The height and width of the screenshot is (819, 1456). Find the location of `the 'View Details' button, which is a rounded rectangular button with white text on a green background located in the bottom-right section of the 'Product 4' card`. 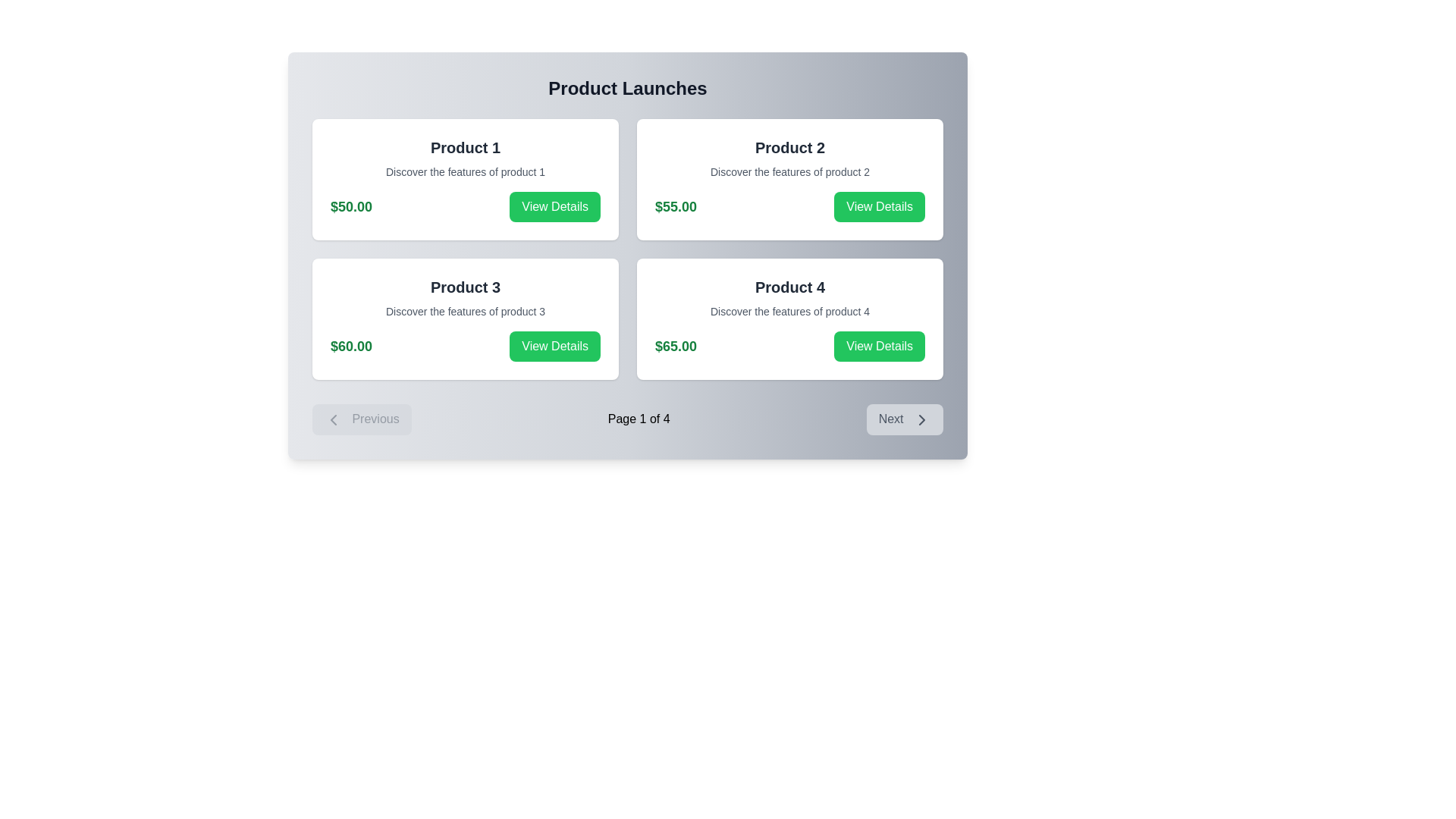

the 'View Details' button, which is a rounded rectangular button with white text on a green background located in the bottom-right section of the 'Product 4' card is located at coordinates (880, 346).